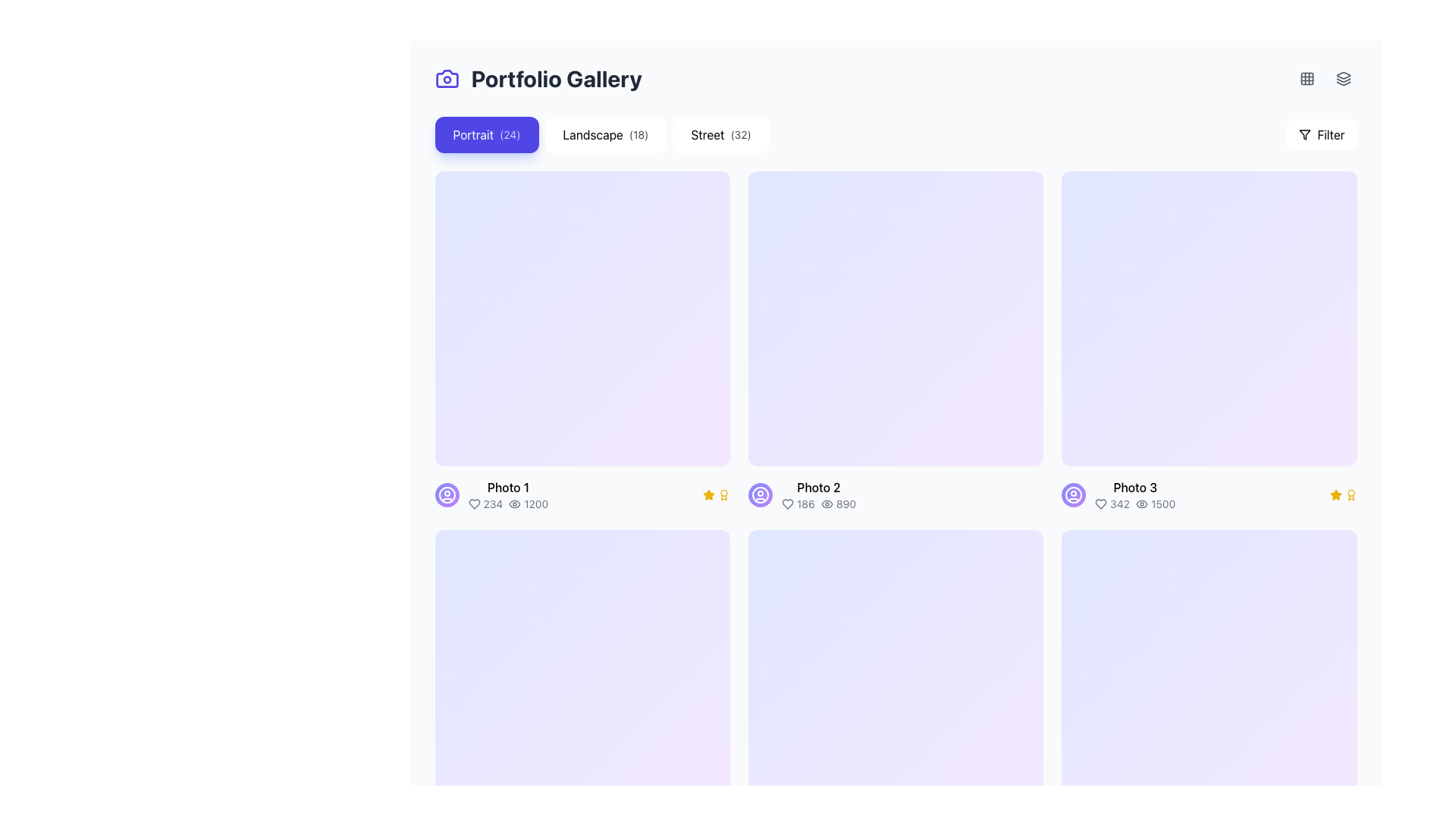 The width and height of the screenshot is (1456, 819). Describe the element at coordinates (1101, 504) in the screenshot. I see `the heart-shaped SVG icon located beneath the third photo thumbnail to like the photo` at that location.